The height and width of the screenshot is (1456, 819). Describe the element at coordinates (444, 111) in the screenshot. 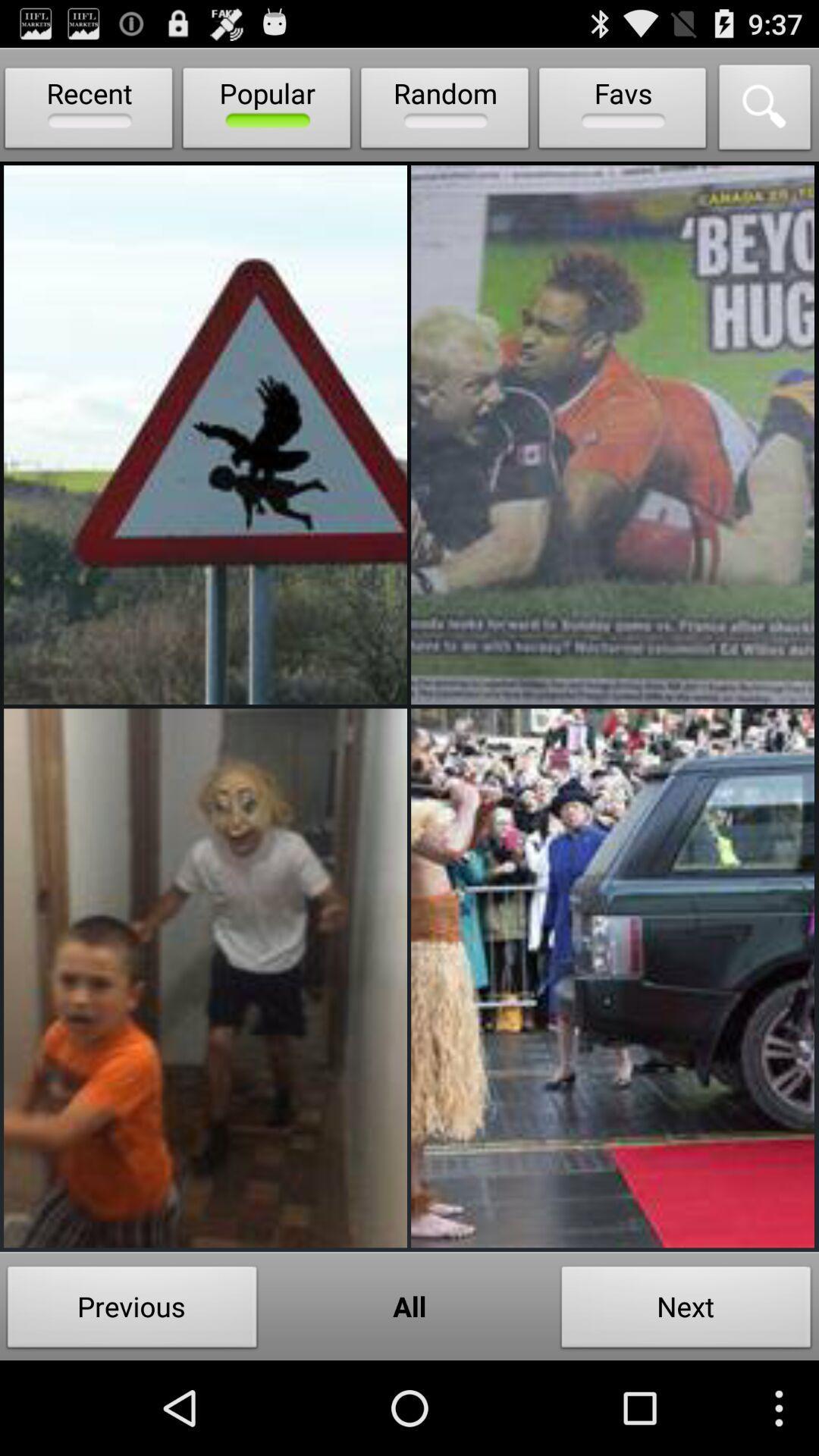

I see `icon next to the favs` at that location.